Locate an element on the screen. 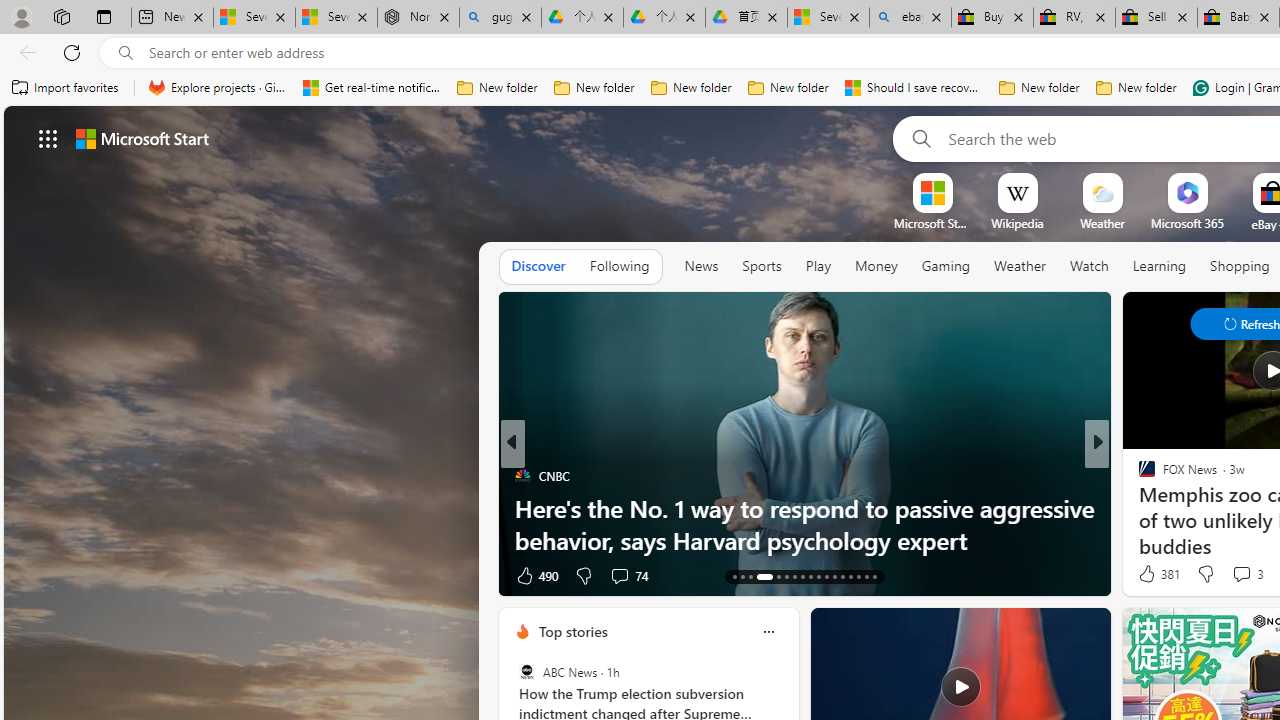 The height and width of the screenshot is (720, 1280). 'Sports' is located at coordinates (760, 265).